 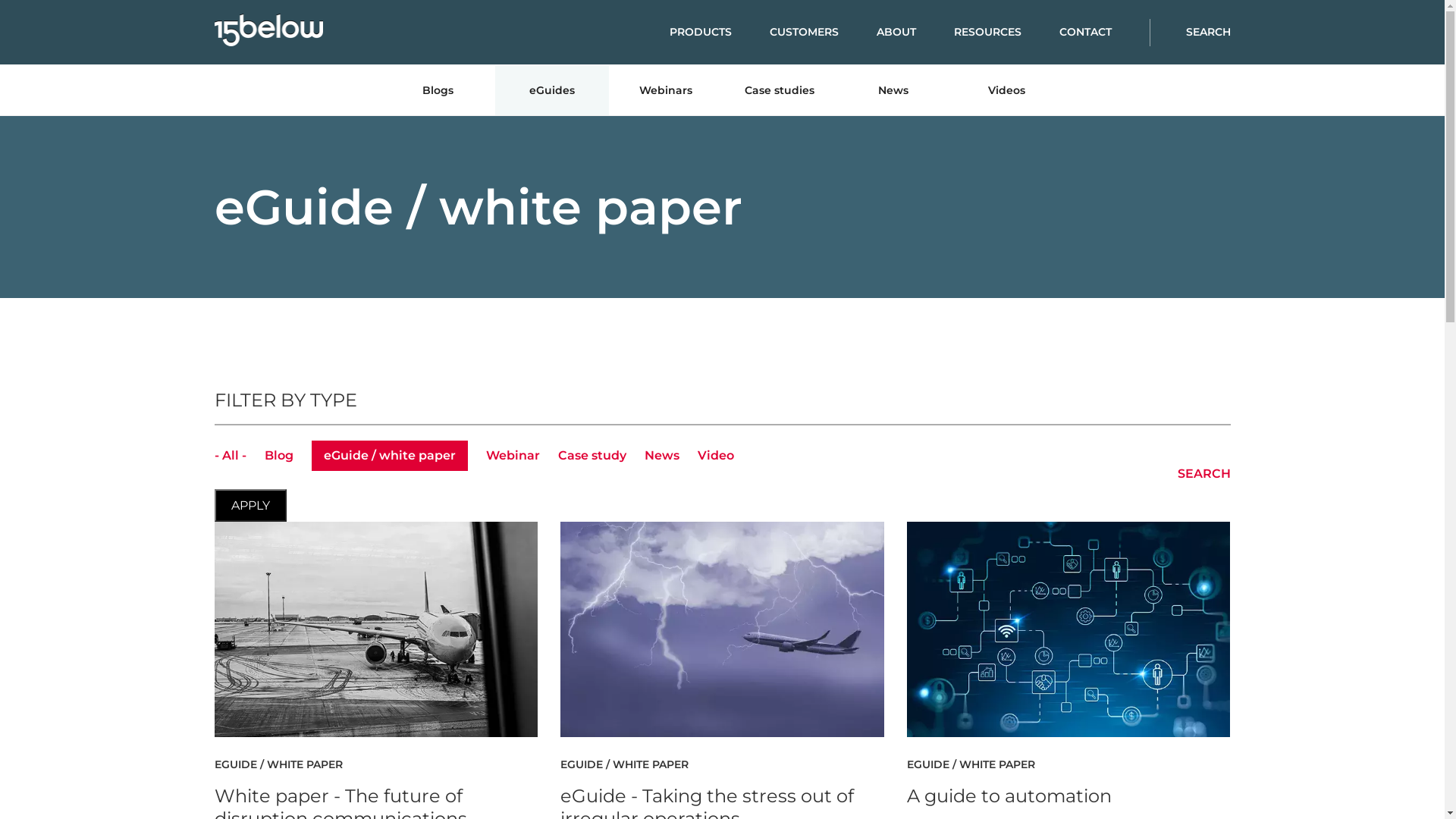 What do you see at coordinates (1150, 32) in the screenshot?
I see `'SEARCH'` at bounding box center [1150, 32].